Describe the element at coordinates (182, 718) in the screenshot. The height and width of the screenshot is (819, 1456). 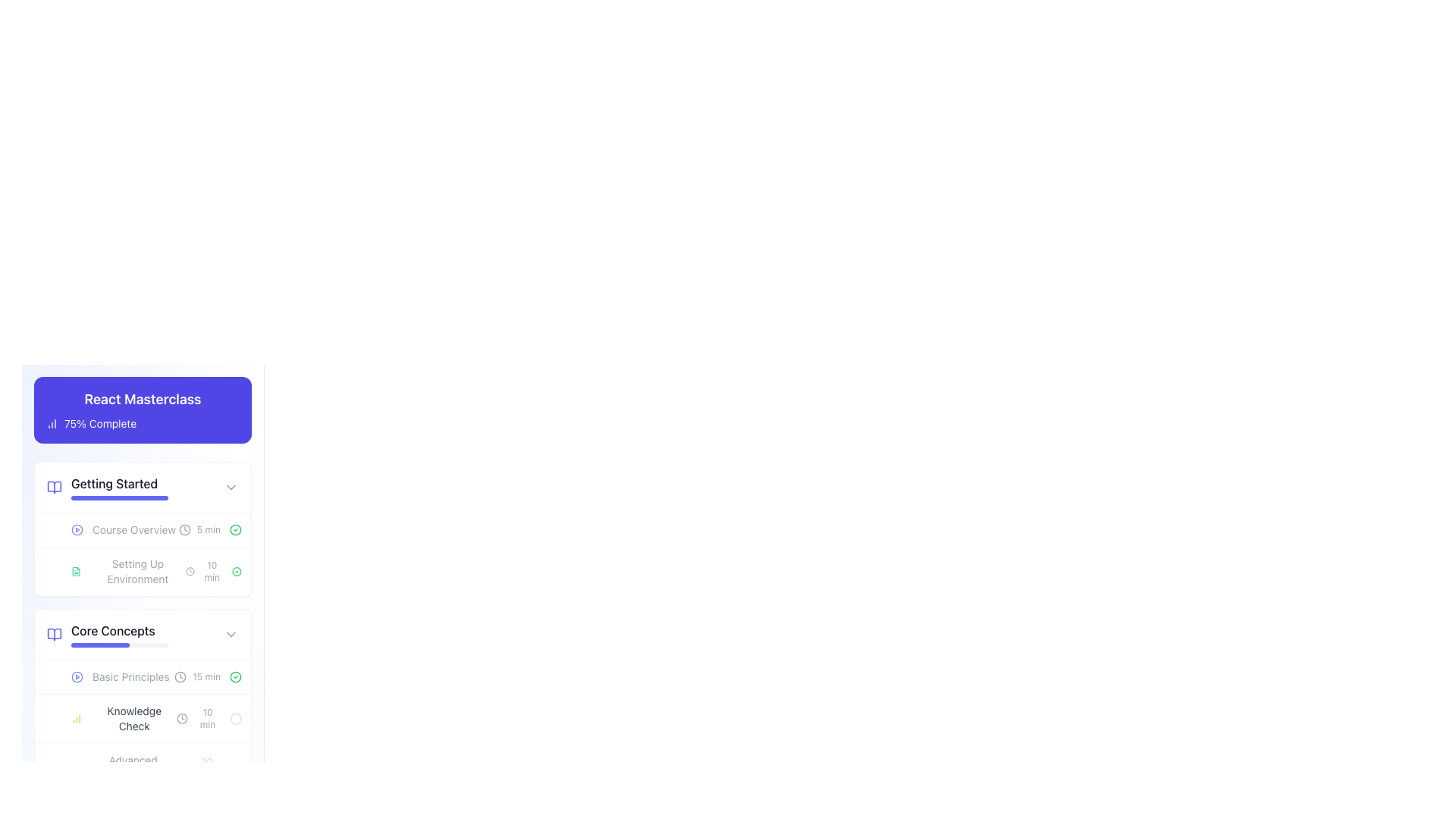
I see `the circular graphical icon within the 'Knowledge Check' interface located in the 'Core Concepts' section, which is positioned to the right of its label and above the associated duration text` at that location.